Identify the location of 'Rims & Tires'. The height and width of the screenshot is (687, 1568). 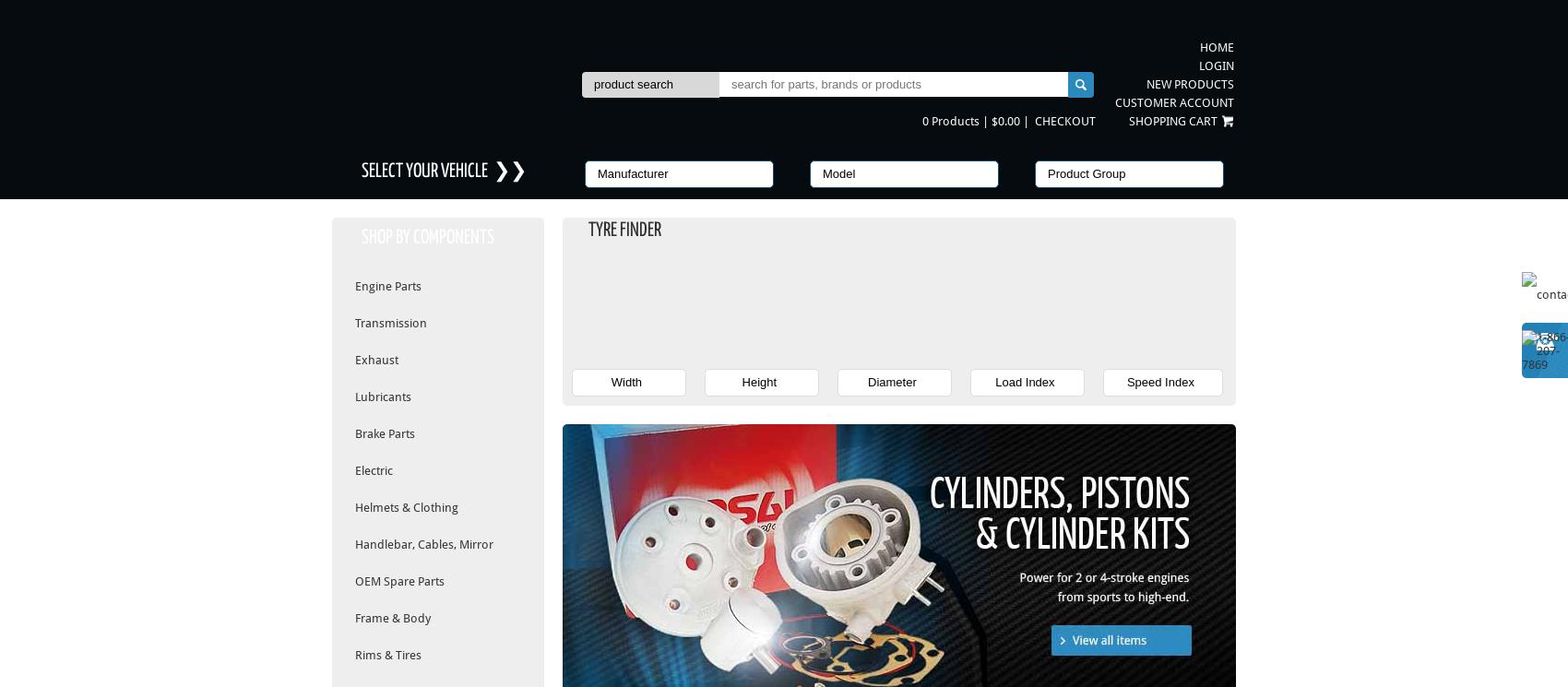
(386, 655).